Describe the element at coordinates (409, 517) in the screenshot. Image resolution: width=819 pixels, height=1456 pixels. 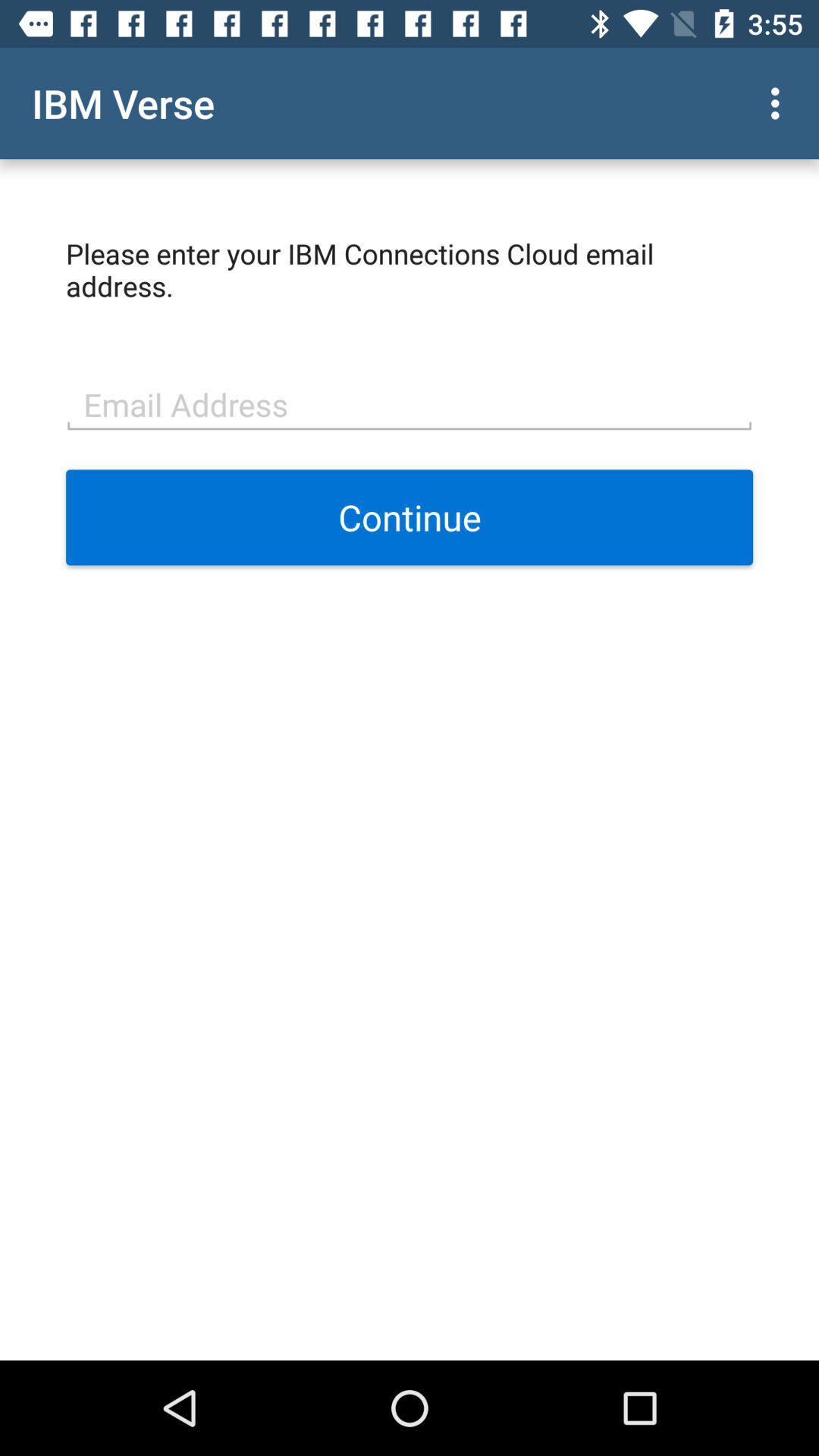
I see `item at the center` at that location.